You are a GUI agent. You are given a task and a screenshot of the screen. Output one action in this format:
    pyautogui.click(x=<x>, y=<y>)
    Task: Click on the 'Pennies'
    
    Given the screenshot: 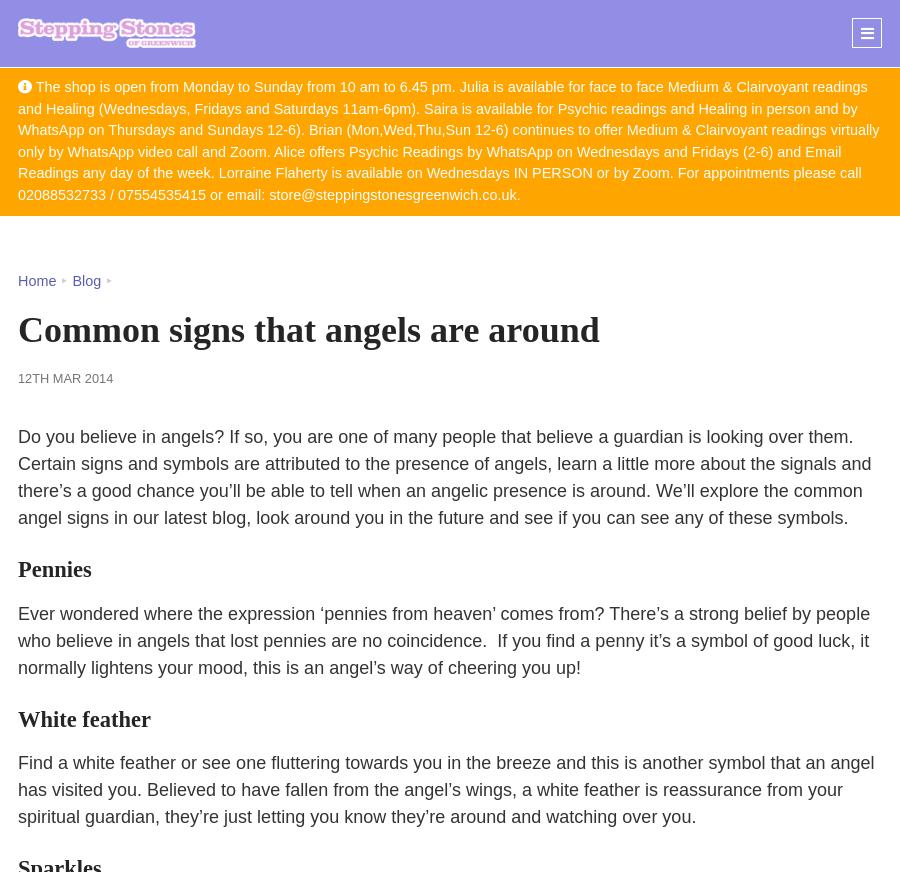 What is the action you would take?
    pyautogui.click(x=17, y=569)
    